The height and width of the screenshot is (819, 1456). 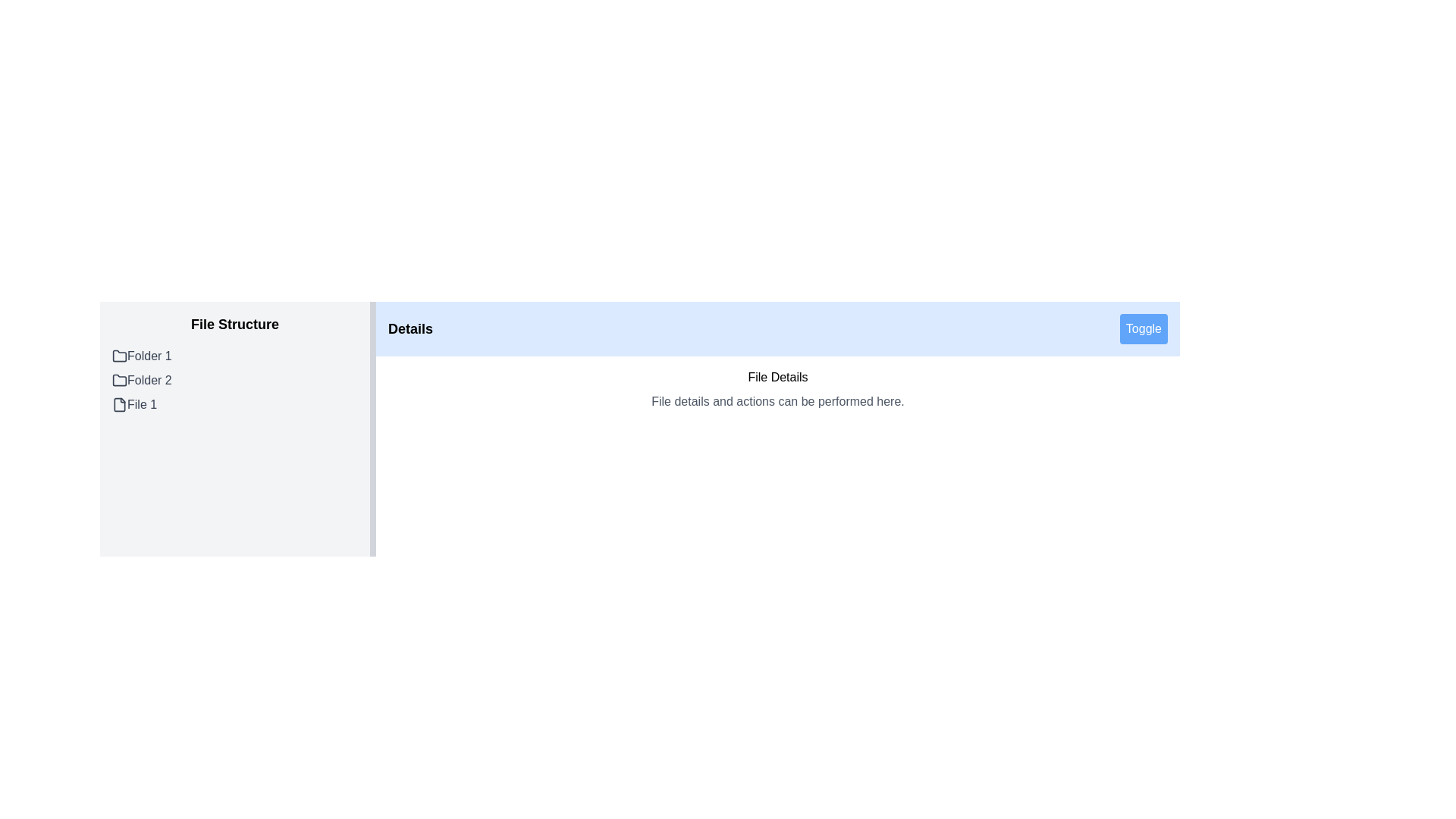 What do you see at coordinates (778, 400) in the screenshot?
I see `the text label reading 'File details and actions can be performed here.' which is located below the 'File Details' heading in the 'Details' section` at bounding box center [778, 400].